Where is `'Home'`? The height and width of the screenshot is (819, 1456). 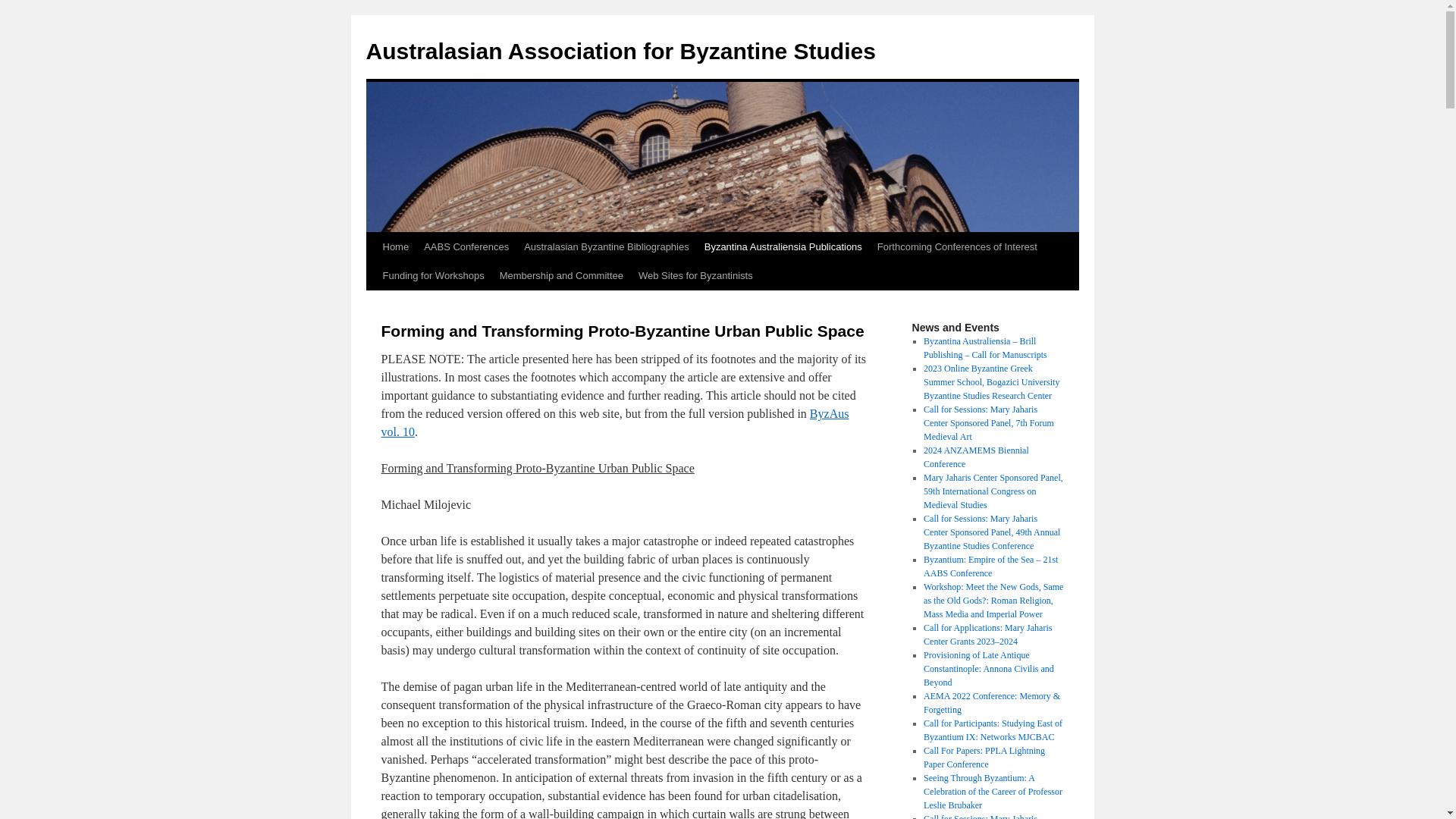
'Home' is located at coordinates (375, 246).